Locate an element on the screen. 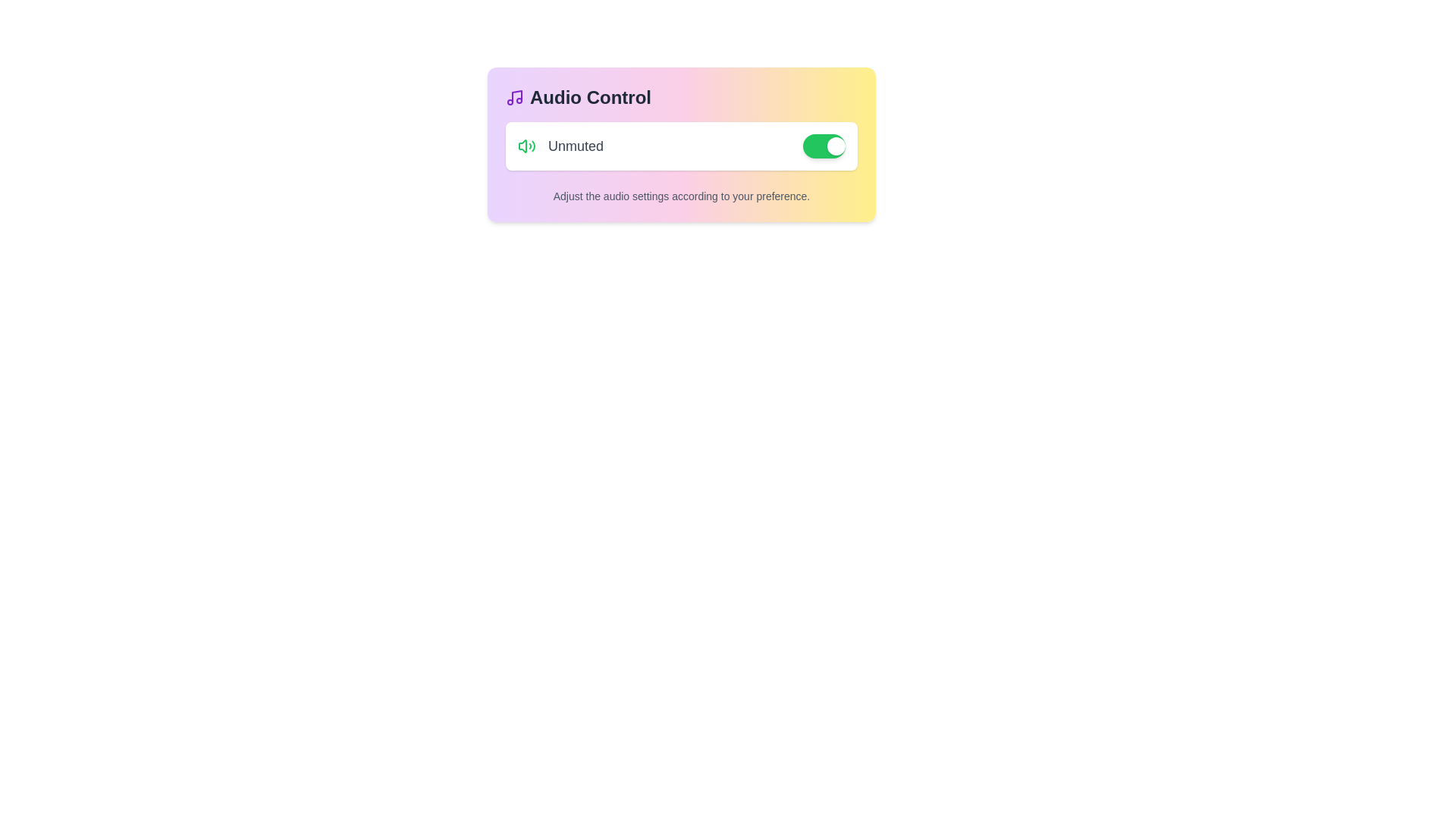 The width and height of the screenshot is (1456, 819). the purple music note icon with rounded edges located in the 'Audio Control' section is located at coordinates (514, 97).